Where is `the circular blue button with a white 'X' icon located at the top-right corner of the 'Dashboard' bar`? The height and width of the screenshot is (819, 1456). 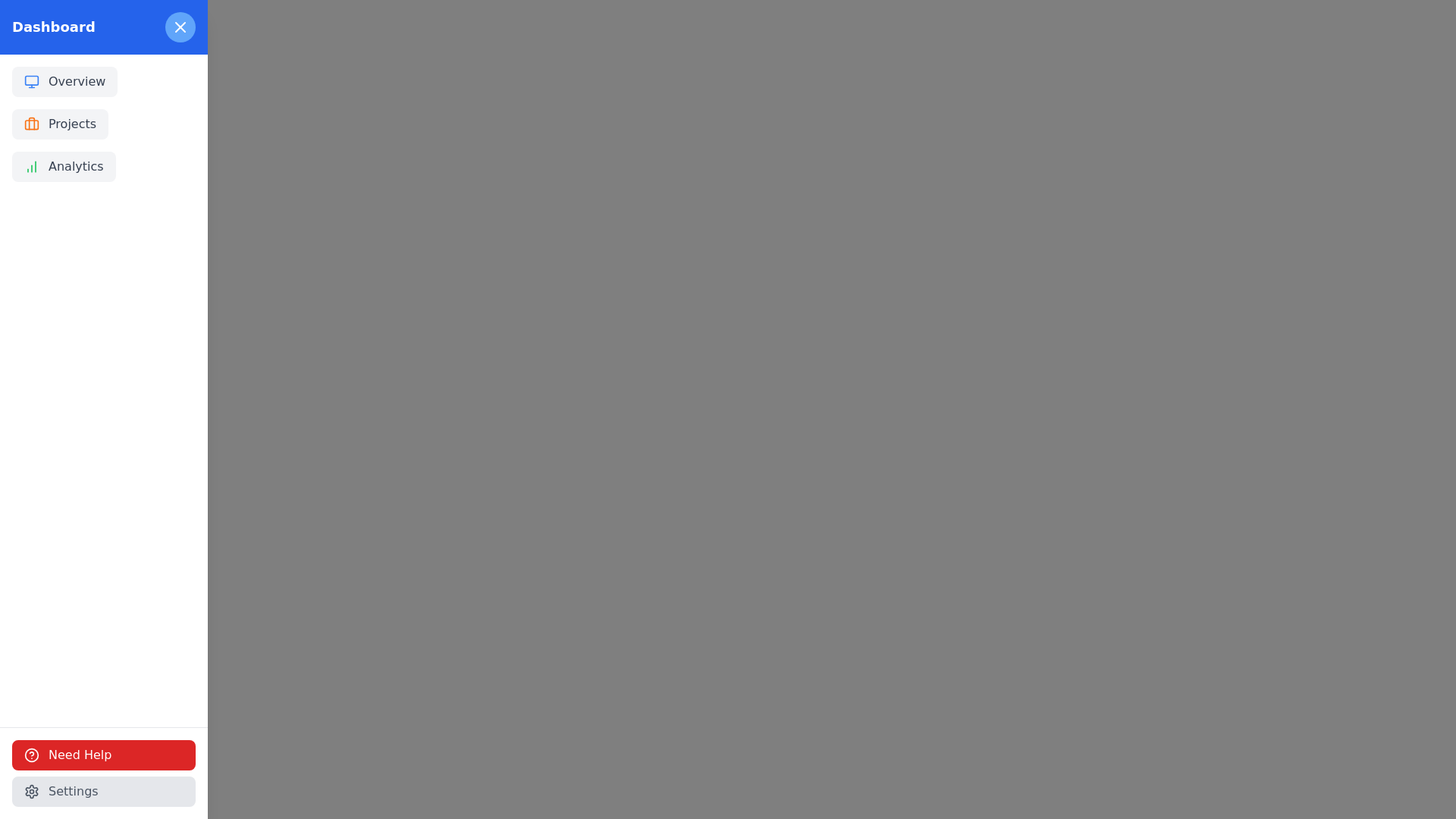
the circular blue button with a white 'X' icon located at the top-right corner of the 'Dashboard' bar is located at coordinates (180, 27).